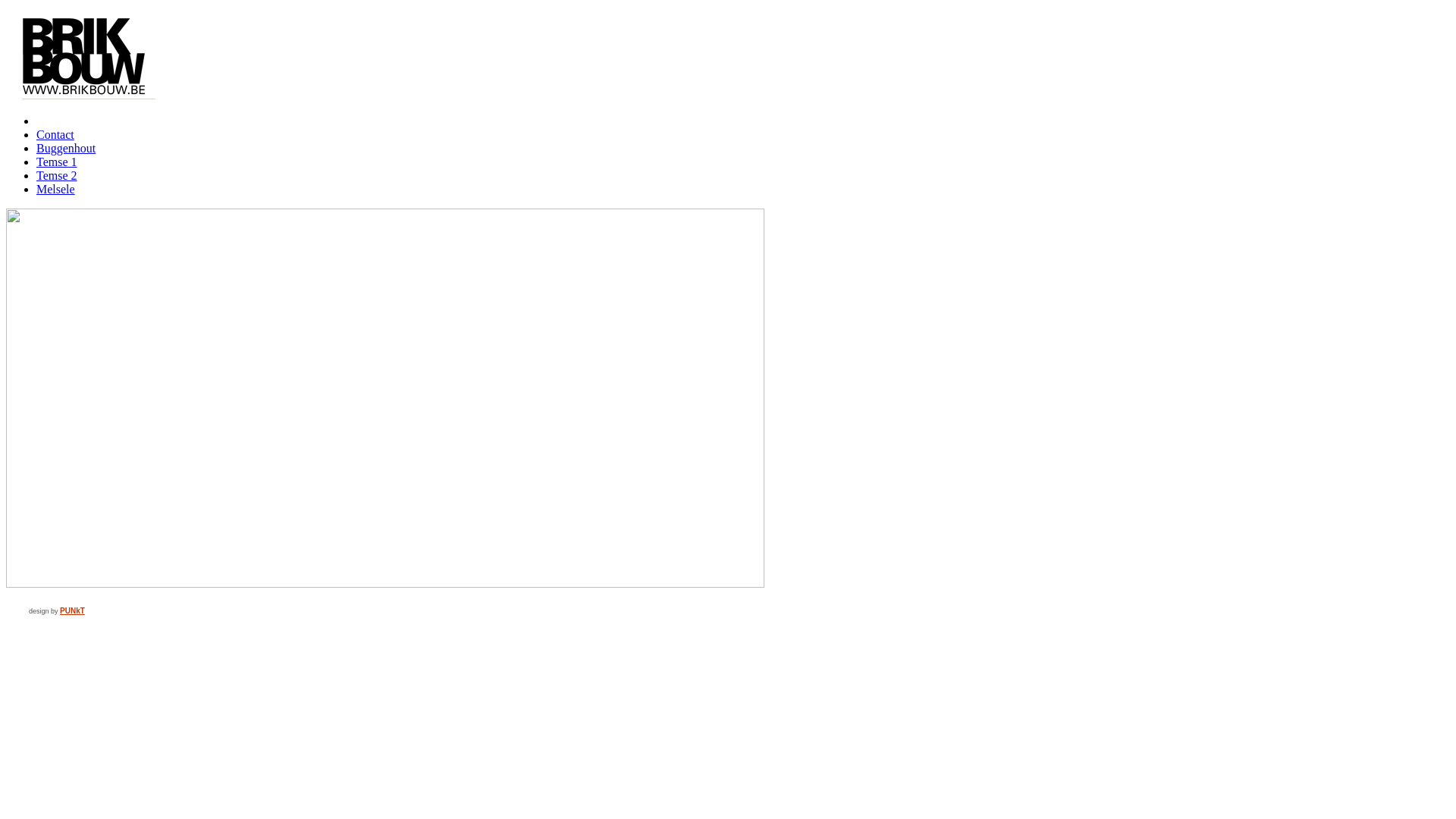 This screenshot has height=819, width=1456. Describe the element at coordinates (55, 188) in the screenshot. I see `'Melsele'` at that location.